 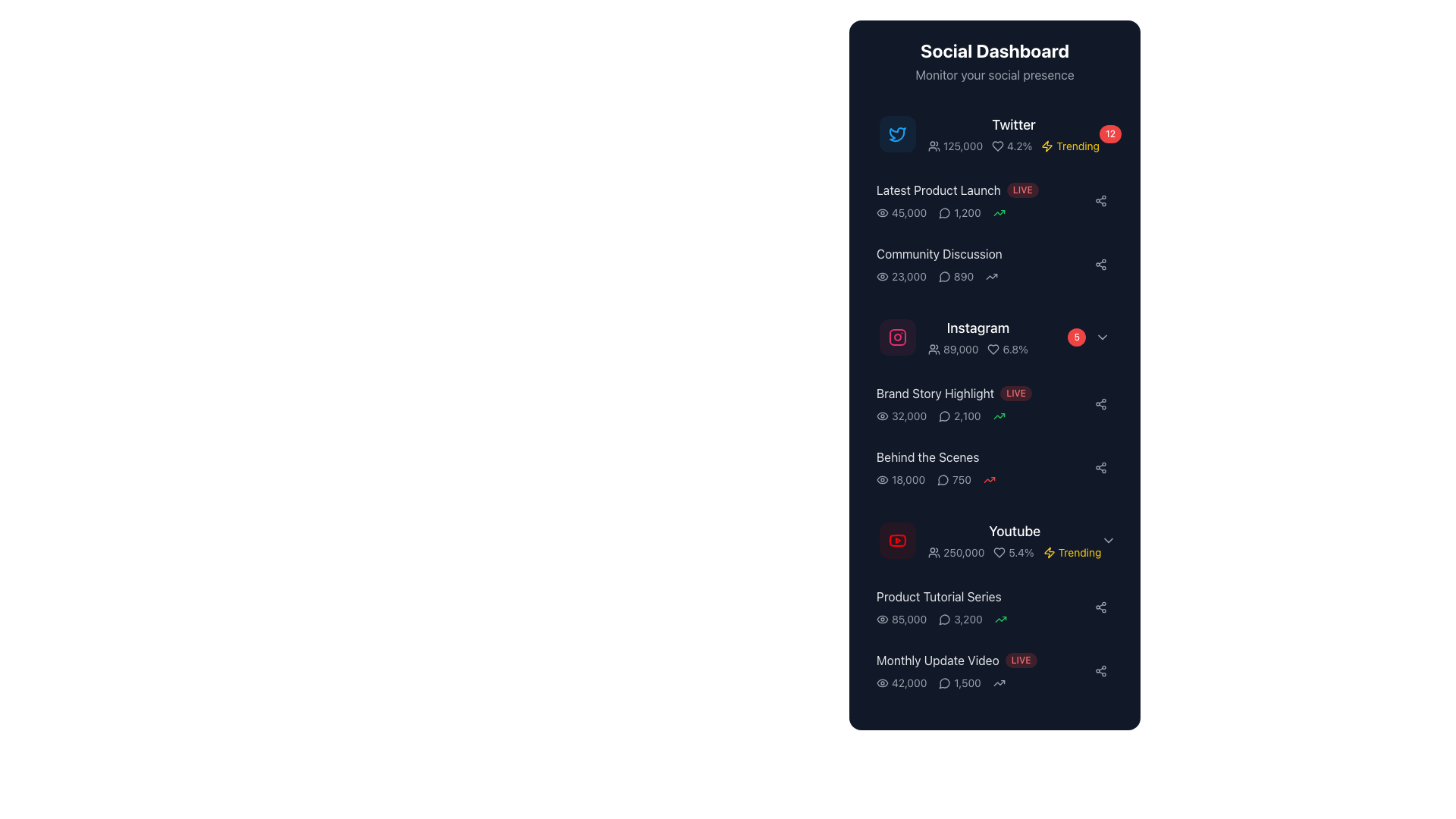 I want to click on the Twitter metrics summary block in the social media dashboard, so click(x=990, y=133).